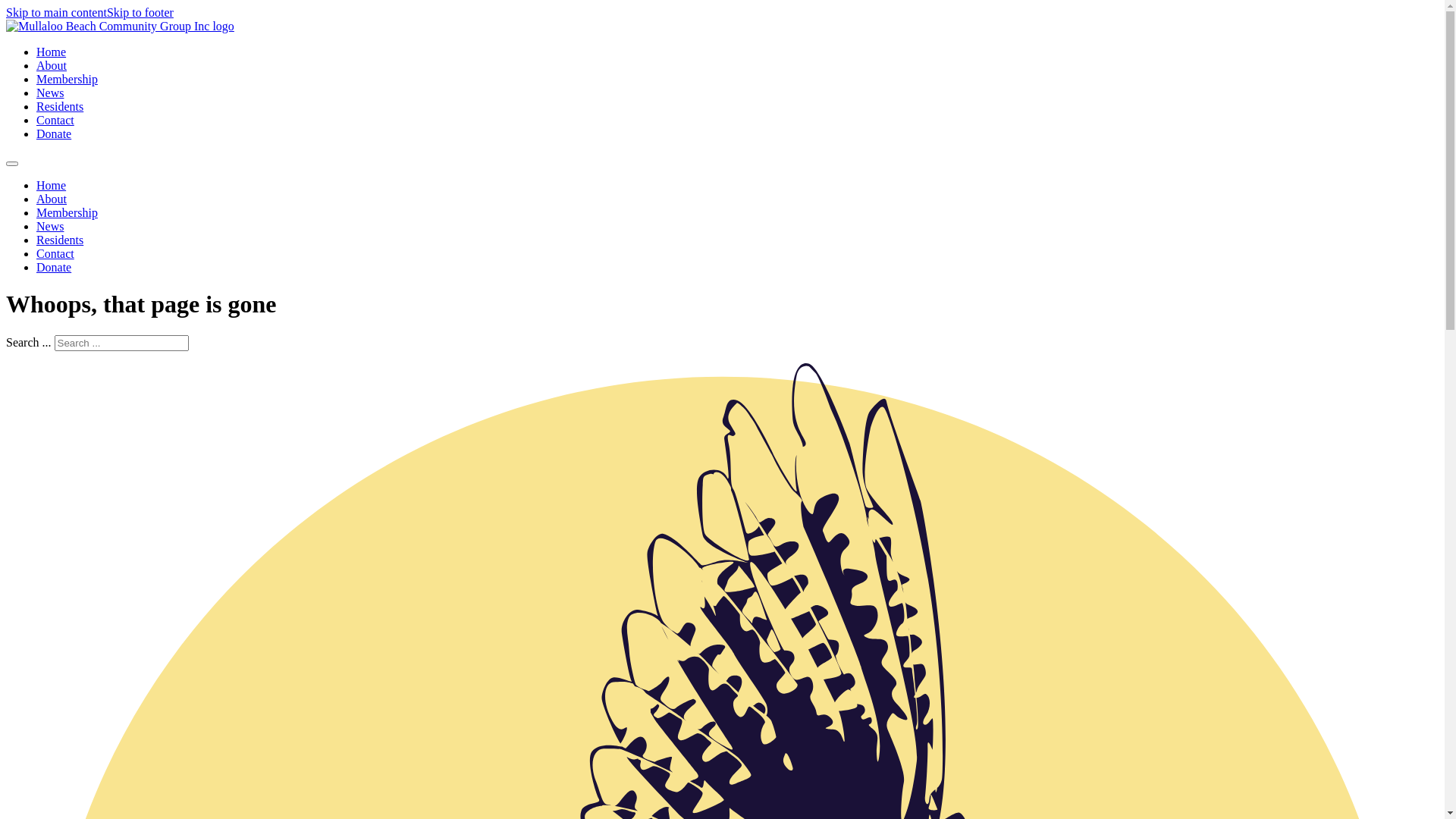  Describe the element at coordinates (55, 119) in the screenshot. I see `'Contact'` at that location.